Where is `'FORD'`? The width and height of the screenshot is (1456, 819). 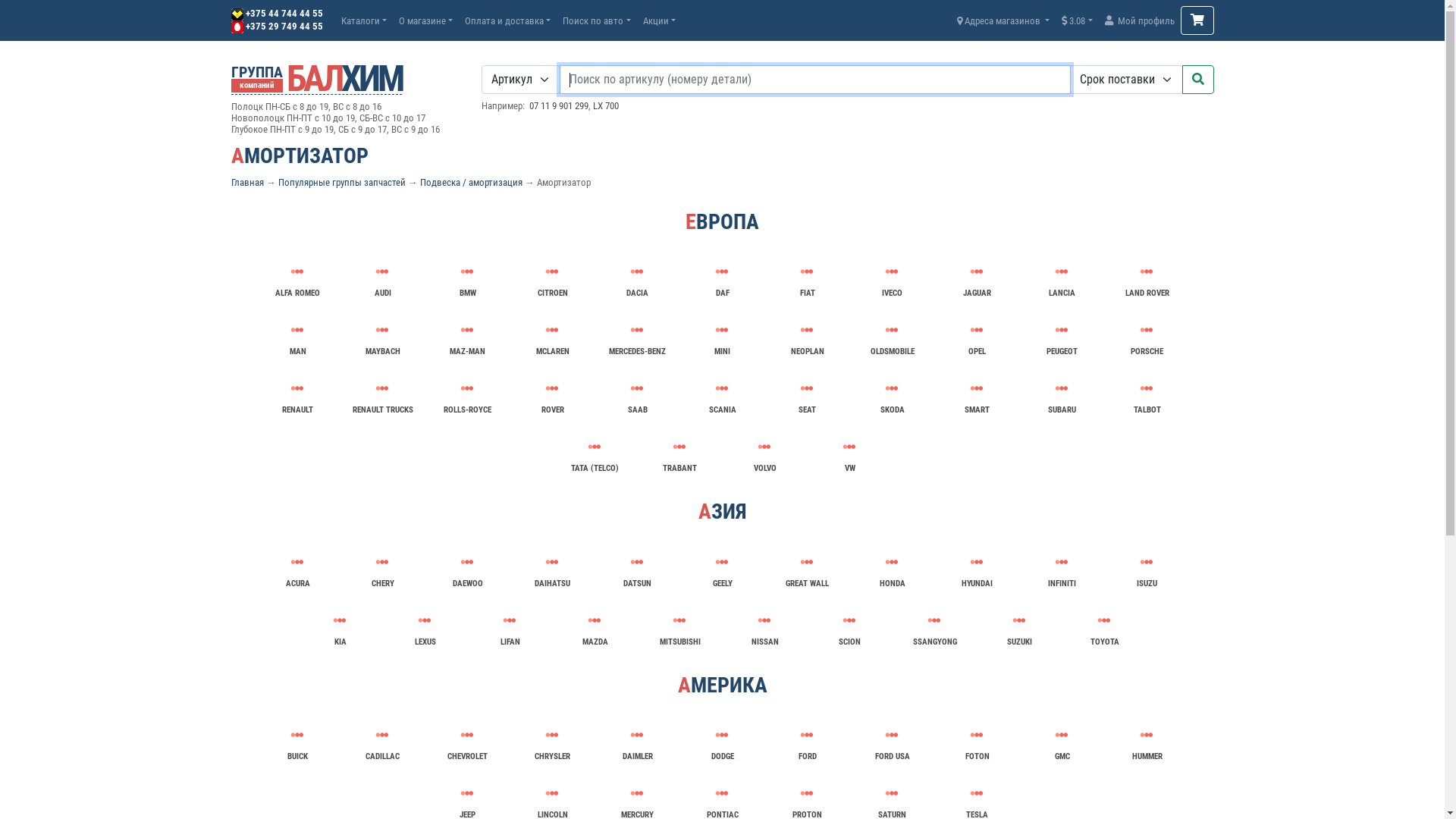
'FORD' is located at coordinates (806, 733).